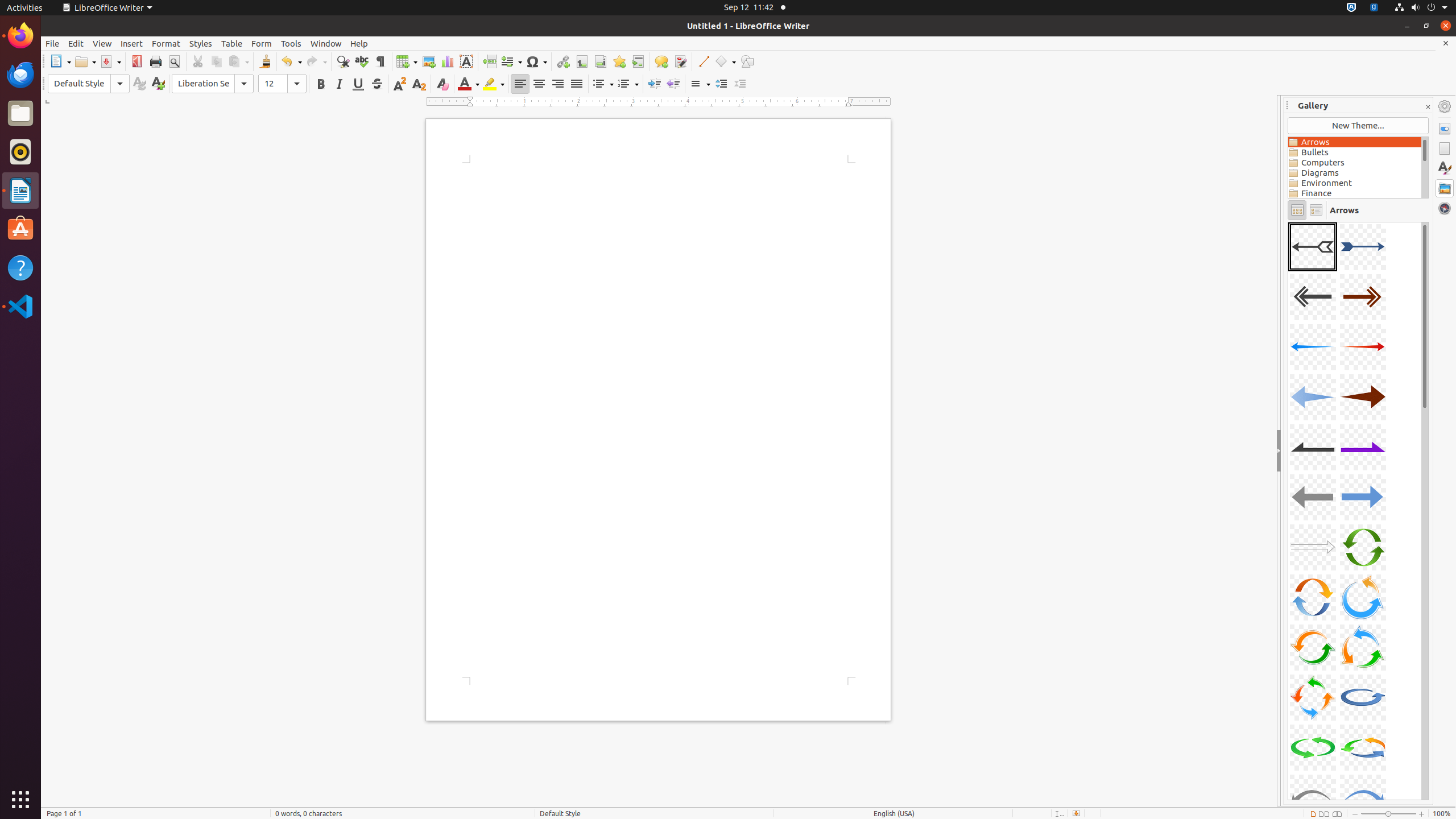 Image resolution: width=1456 pixels, height=819 pixels. I want to click on 'Line', so click(702, 61).